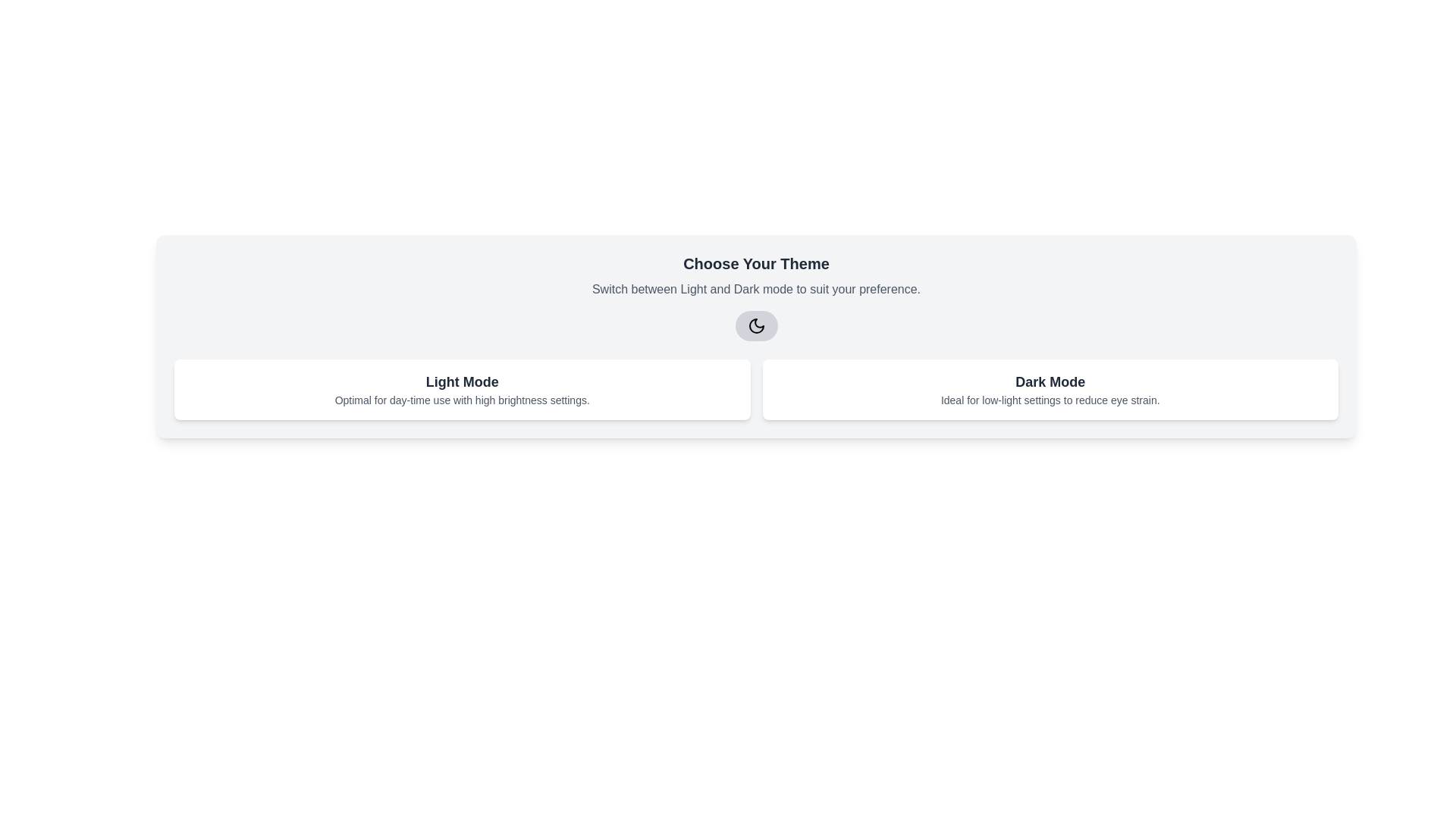  What do you see at coordinates (756, 289) in the screenshot?
I see `the static text that provides context for toggling between light and dark modes, located below the title 'Choose Your Theme'` at bounding box center [756, 289].